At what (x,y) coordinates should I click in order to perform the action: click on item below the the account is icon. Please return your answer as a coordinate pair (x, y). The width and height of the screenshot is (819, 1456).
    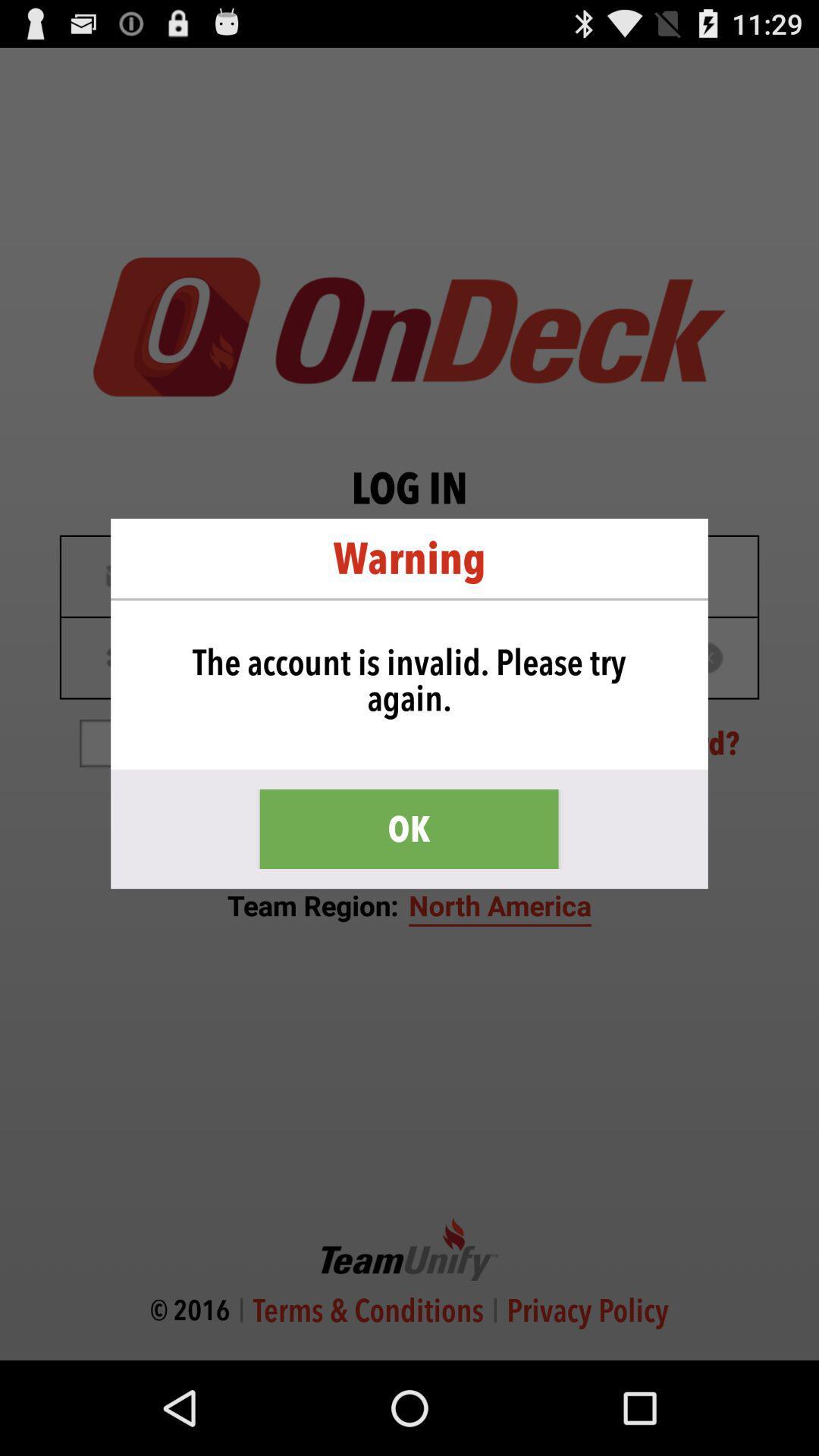
    Looking at the image, I should click on (408, 828).